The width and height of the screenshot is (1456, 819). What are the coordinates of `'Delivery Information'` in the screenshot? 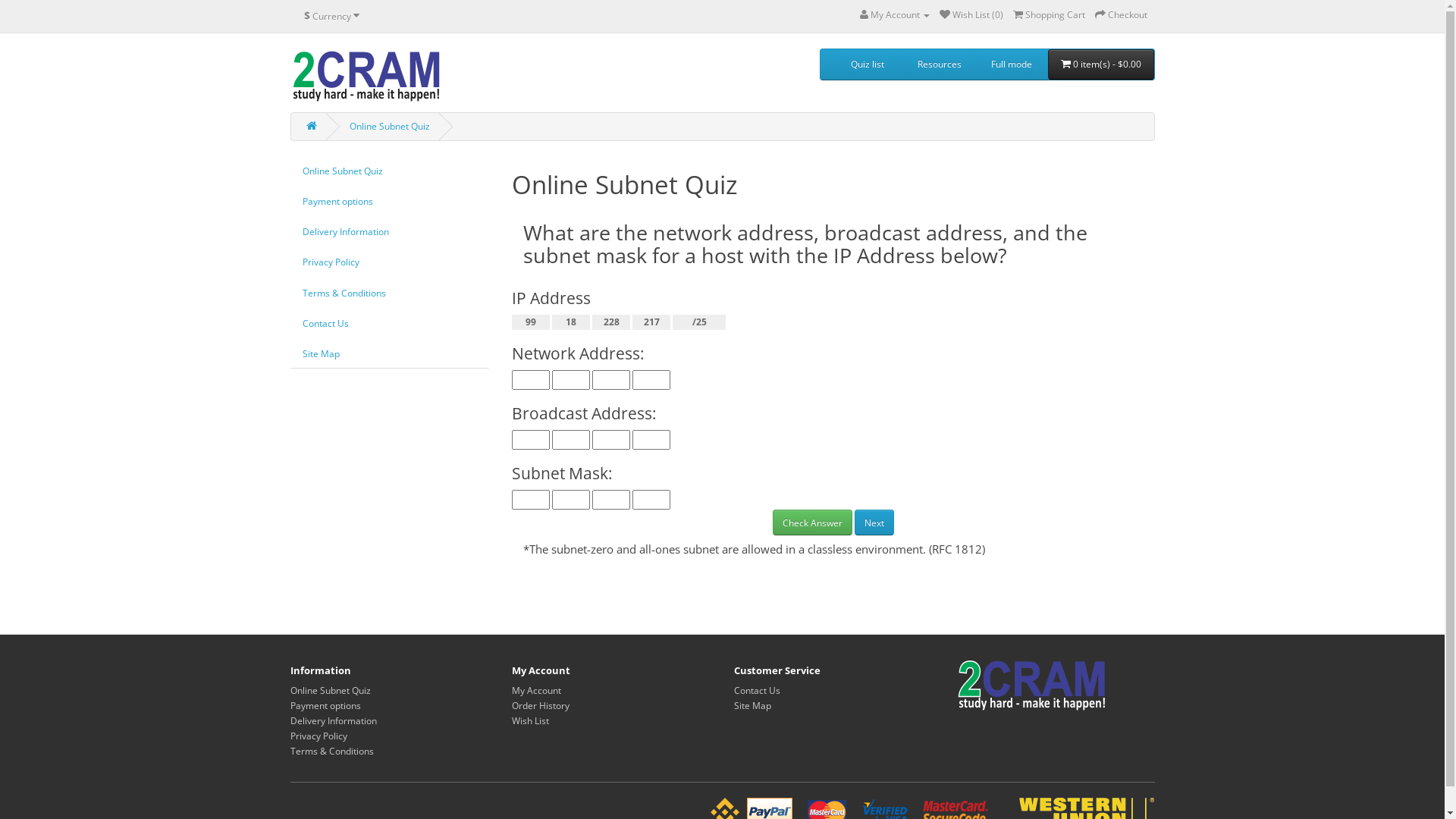 It's located at (290, 231).